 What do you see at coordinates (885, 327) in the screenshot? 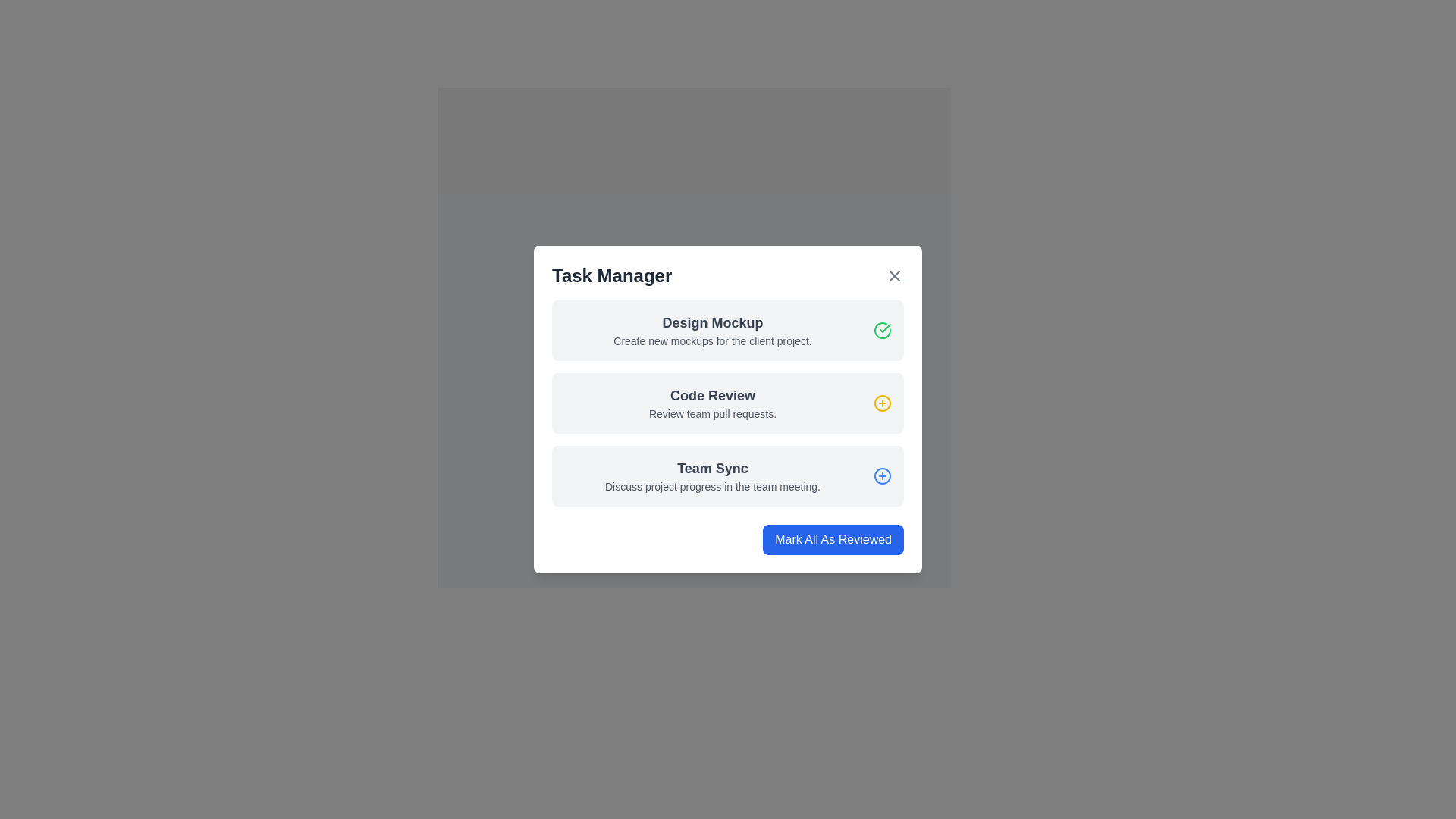
I see `the completion status icon for the 'Design Mockup' task in the 'Task Manager' interface, which is located to the right of the task label` at bounding box center [885, 327].